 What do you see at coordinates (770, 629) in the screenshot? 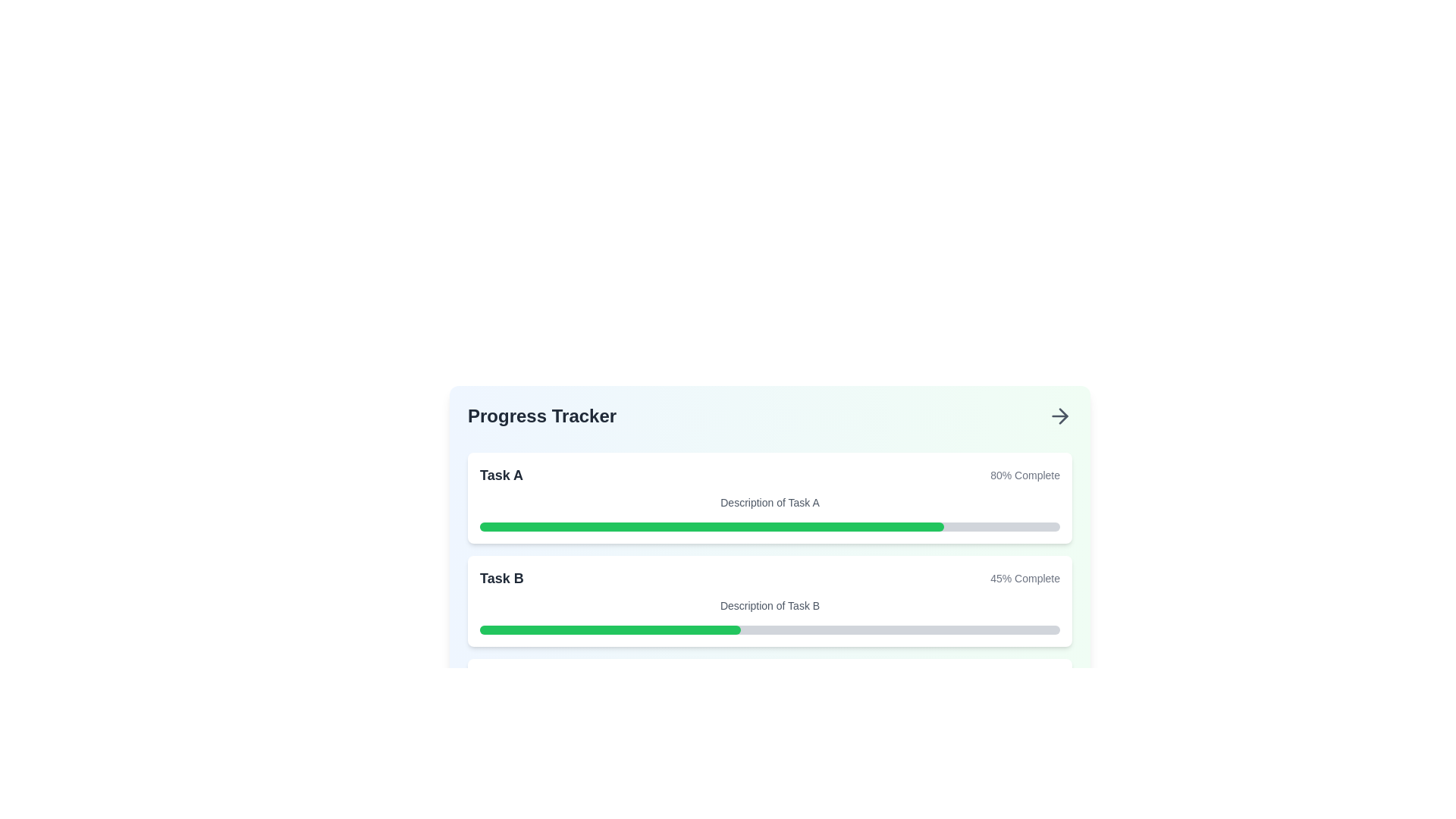
I see `the progress bar located in the 'Task B' area, which visually represents task completion with a green and gray portion, situated below 'Description of Task B'` at bounding box center [770, 629].